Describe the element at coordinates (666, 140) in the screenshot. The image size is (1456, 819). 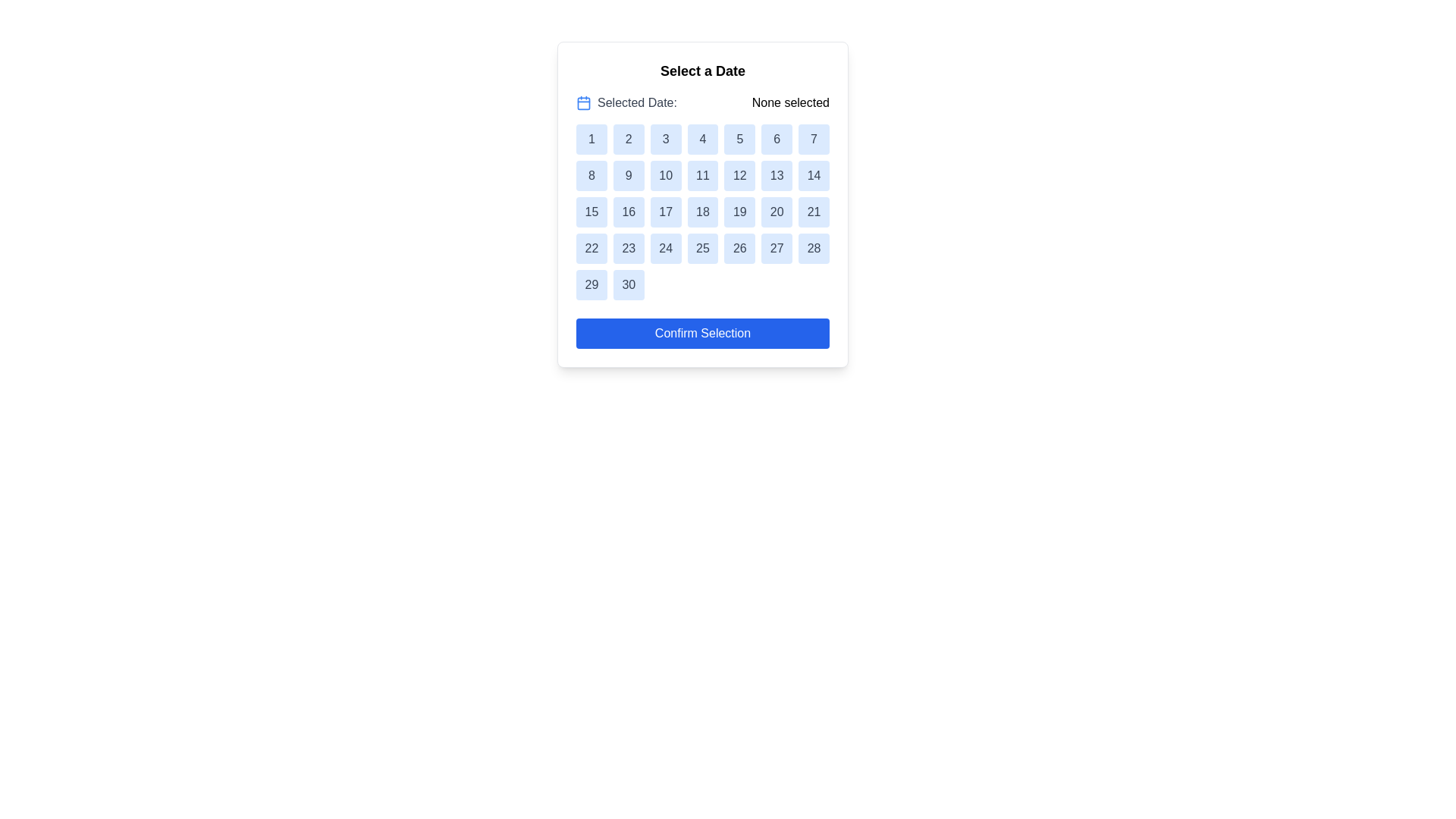
I see `the button representing the date '3'` at that location.